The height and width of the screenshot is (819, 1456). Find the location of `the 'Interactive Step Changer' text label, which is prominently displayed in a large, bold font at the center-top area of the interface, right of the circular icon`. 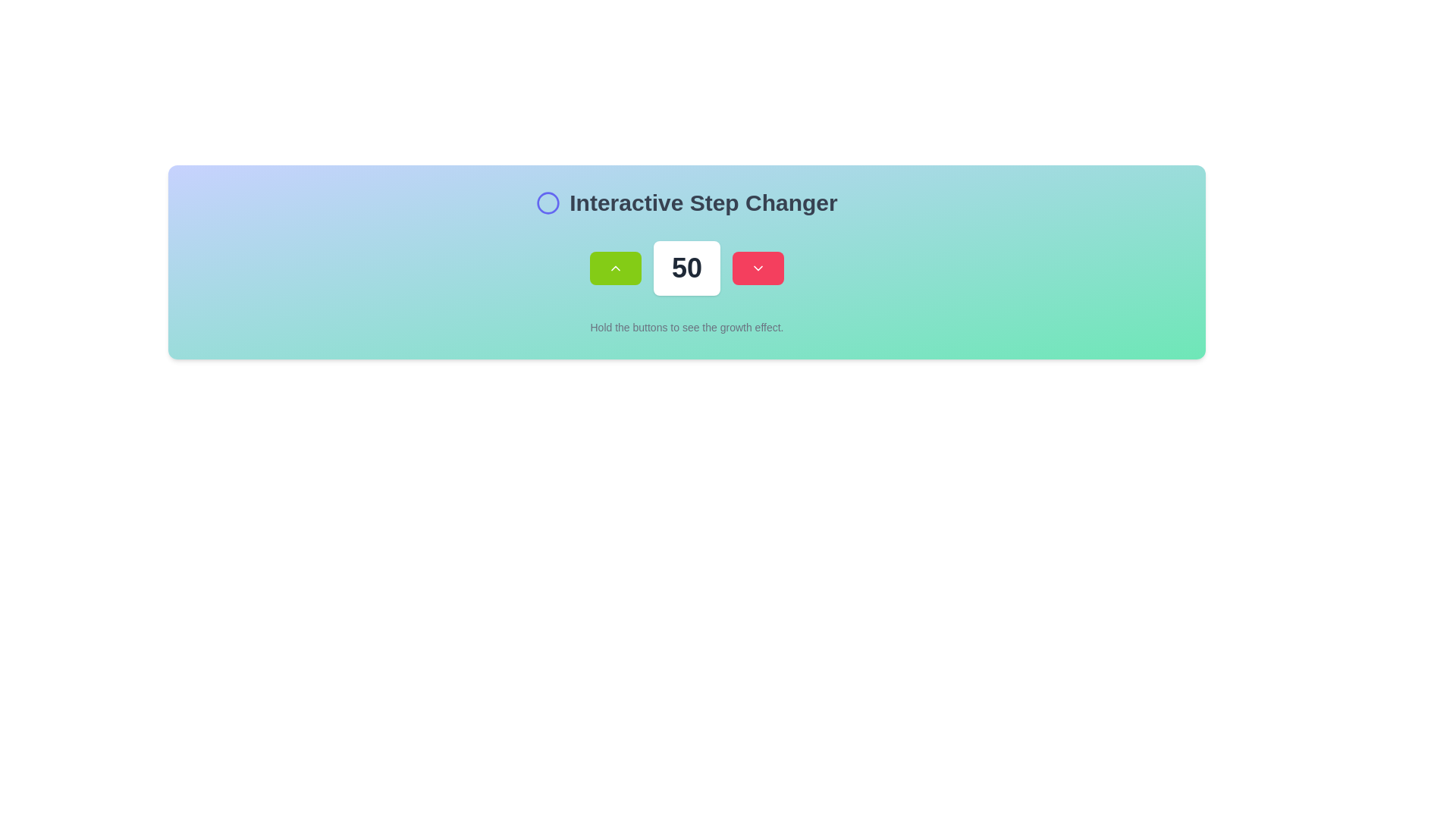

the 'Interactive Step Changer' text label, which is prominently displayed in a large, bold font at the center-top area of the interface, right of the circular icon is located at coordinates (702, 202).